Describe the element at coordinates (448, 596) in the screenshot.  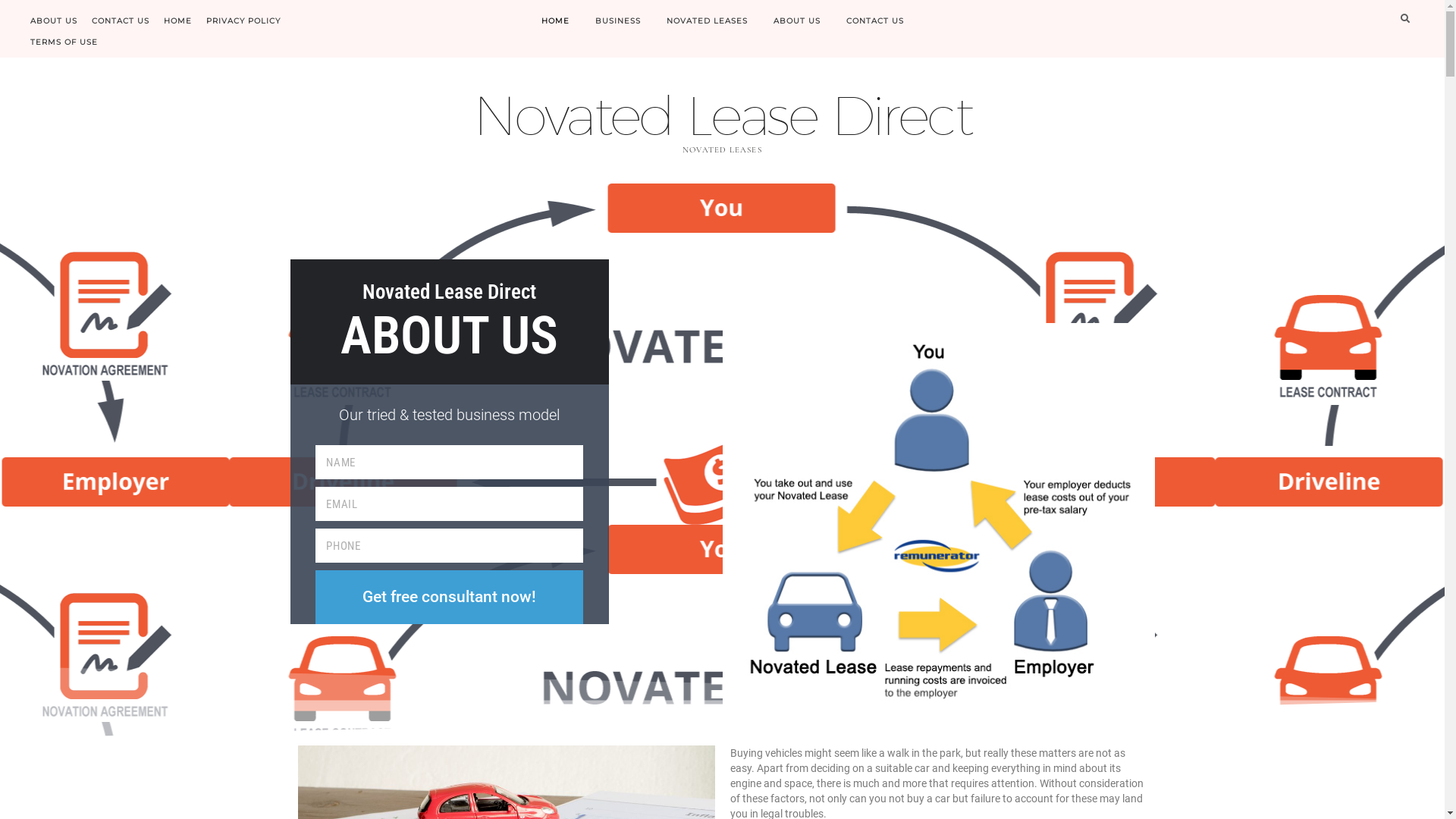
I see `'Get free consultant now!'` at that location.